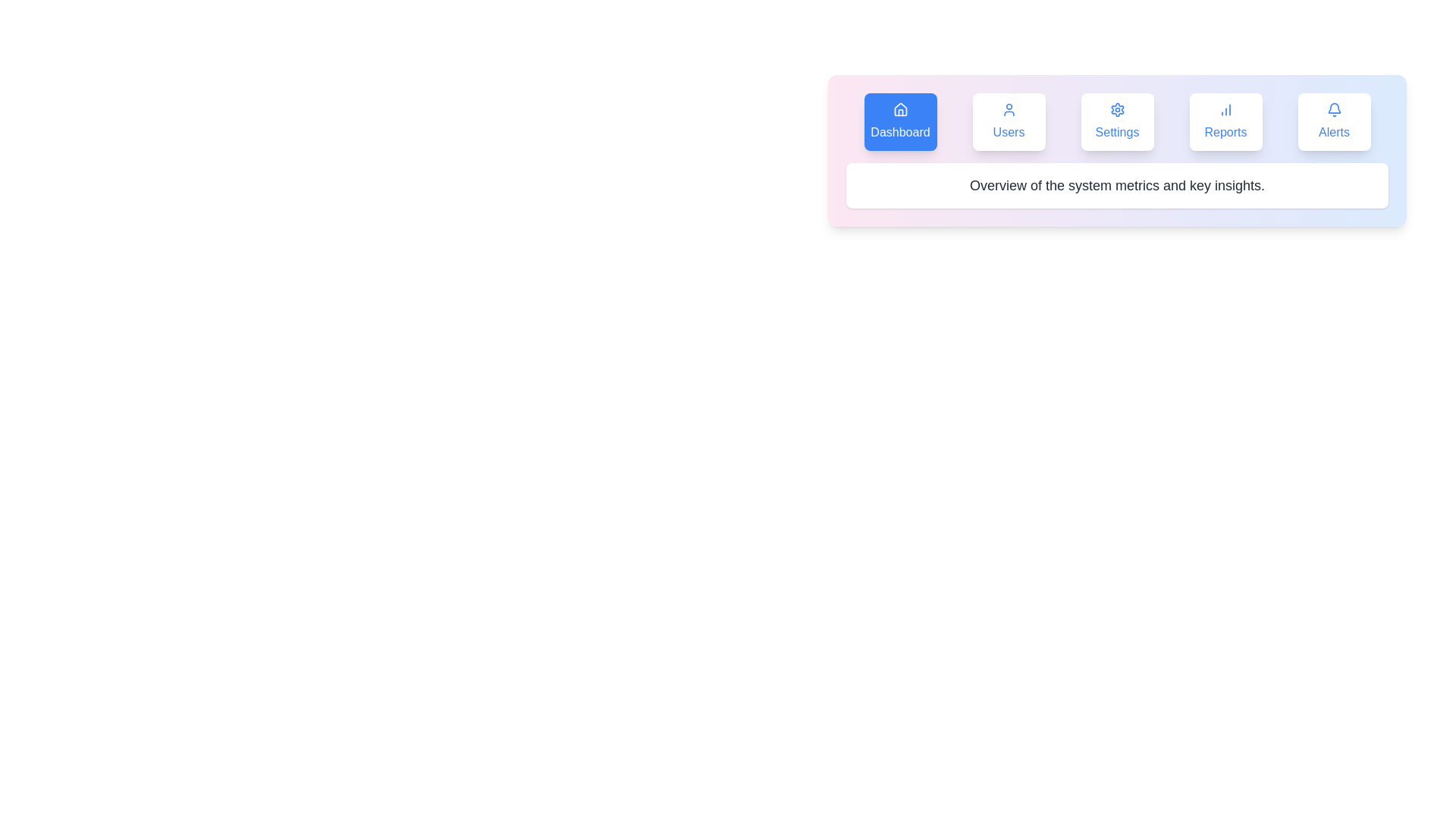  What do you see at coordinates (1333, 109) in the screenshot?
I see `the notification icon located at the top-center of the 'Alerts' button` at bounding box center [1333, 109].